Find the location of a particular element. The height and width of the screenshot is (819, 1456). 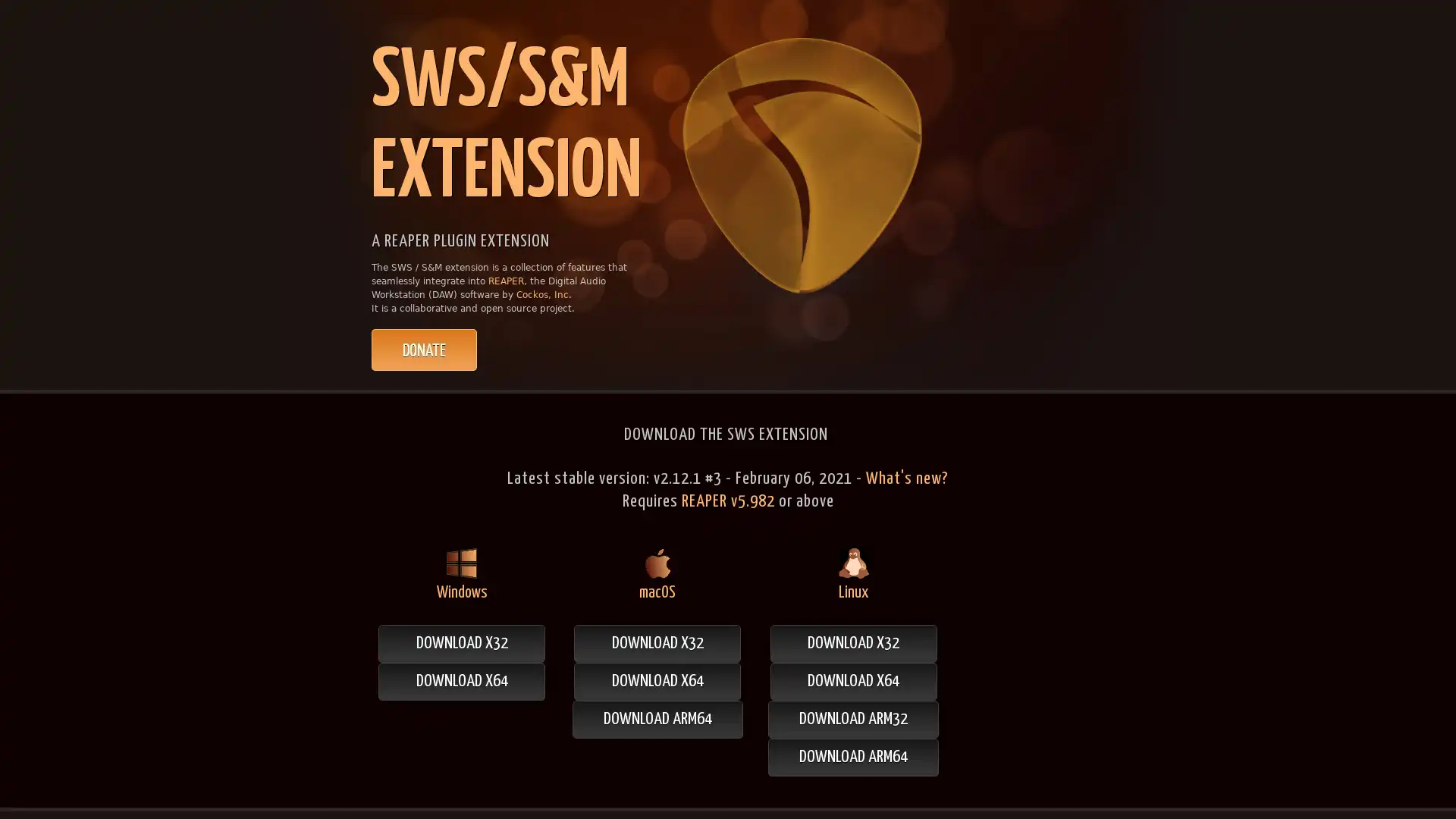

DOWNLOAD X64 is located at coordinates (484, 680).